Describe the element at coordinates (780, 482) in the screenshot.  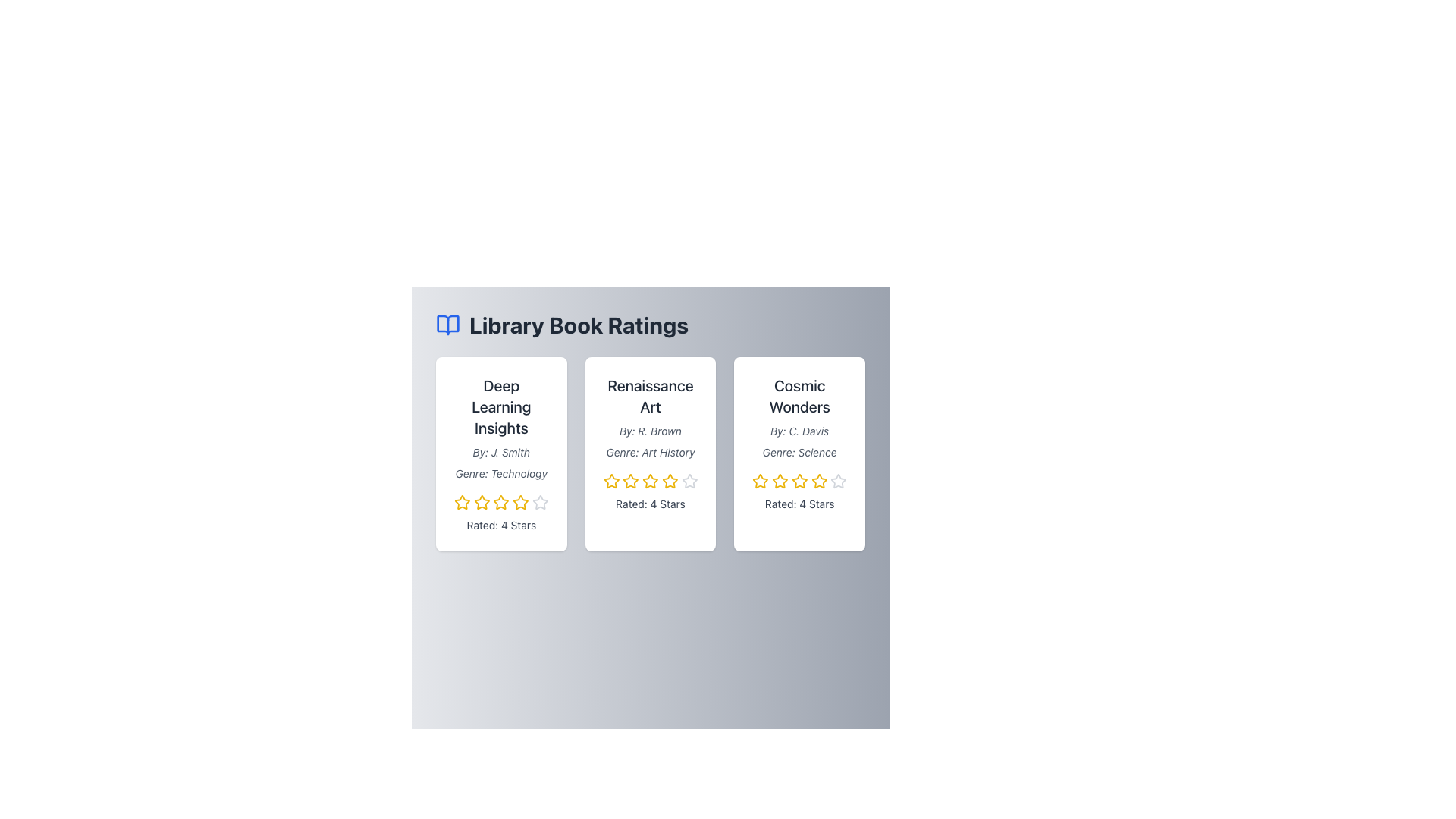
I see `the third yellow star-shaped icon in the five-star rating system for the 'Cosmic Wonders' book` at that location.